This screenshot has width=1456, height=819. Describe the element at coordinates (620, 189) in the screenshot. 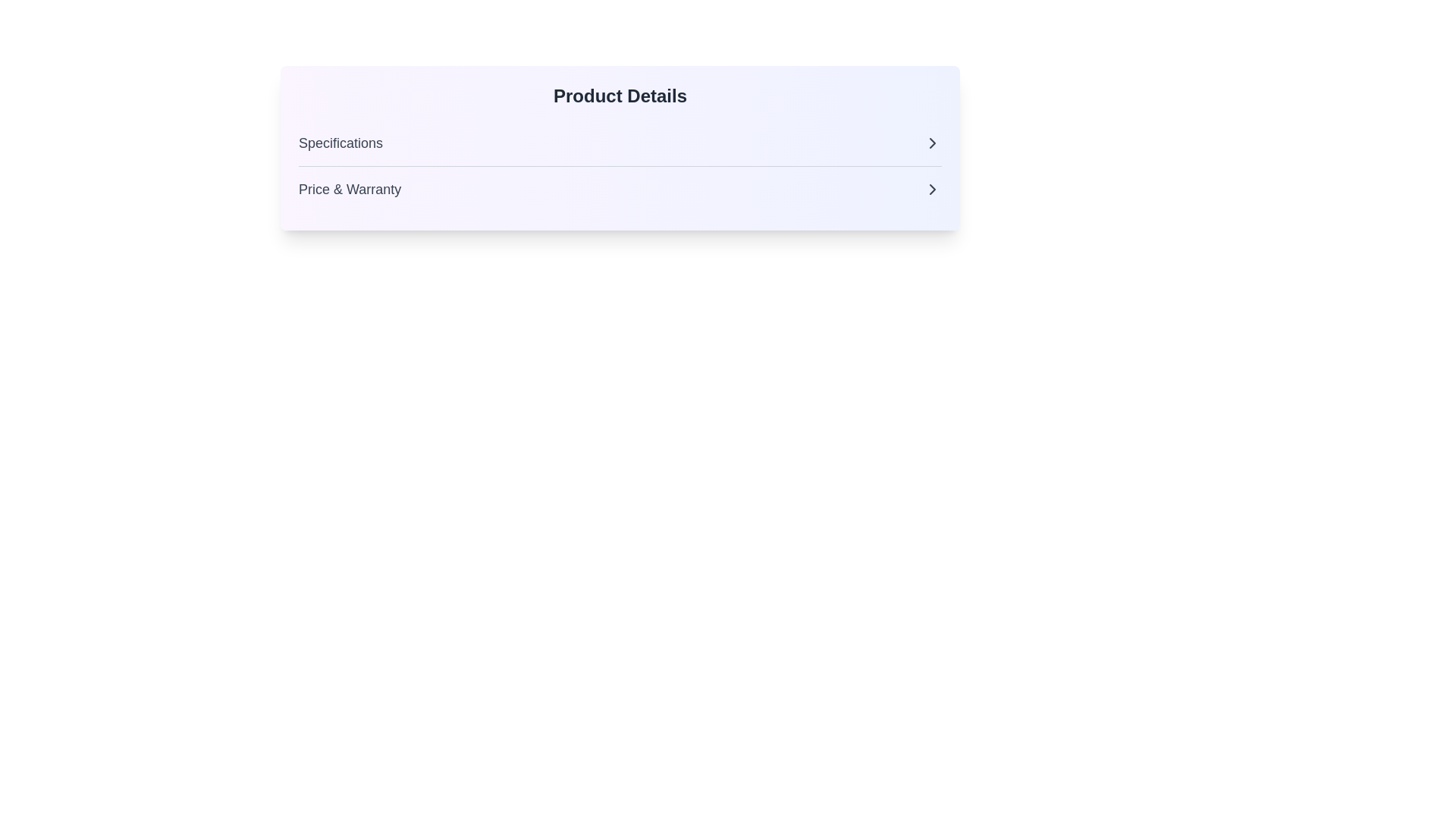

I see `the 'Price & Warranty' navigation link, which is the second item in the 'Product Details' section` at that location.